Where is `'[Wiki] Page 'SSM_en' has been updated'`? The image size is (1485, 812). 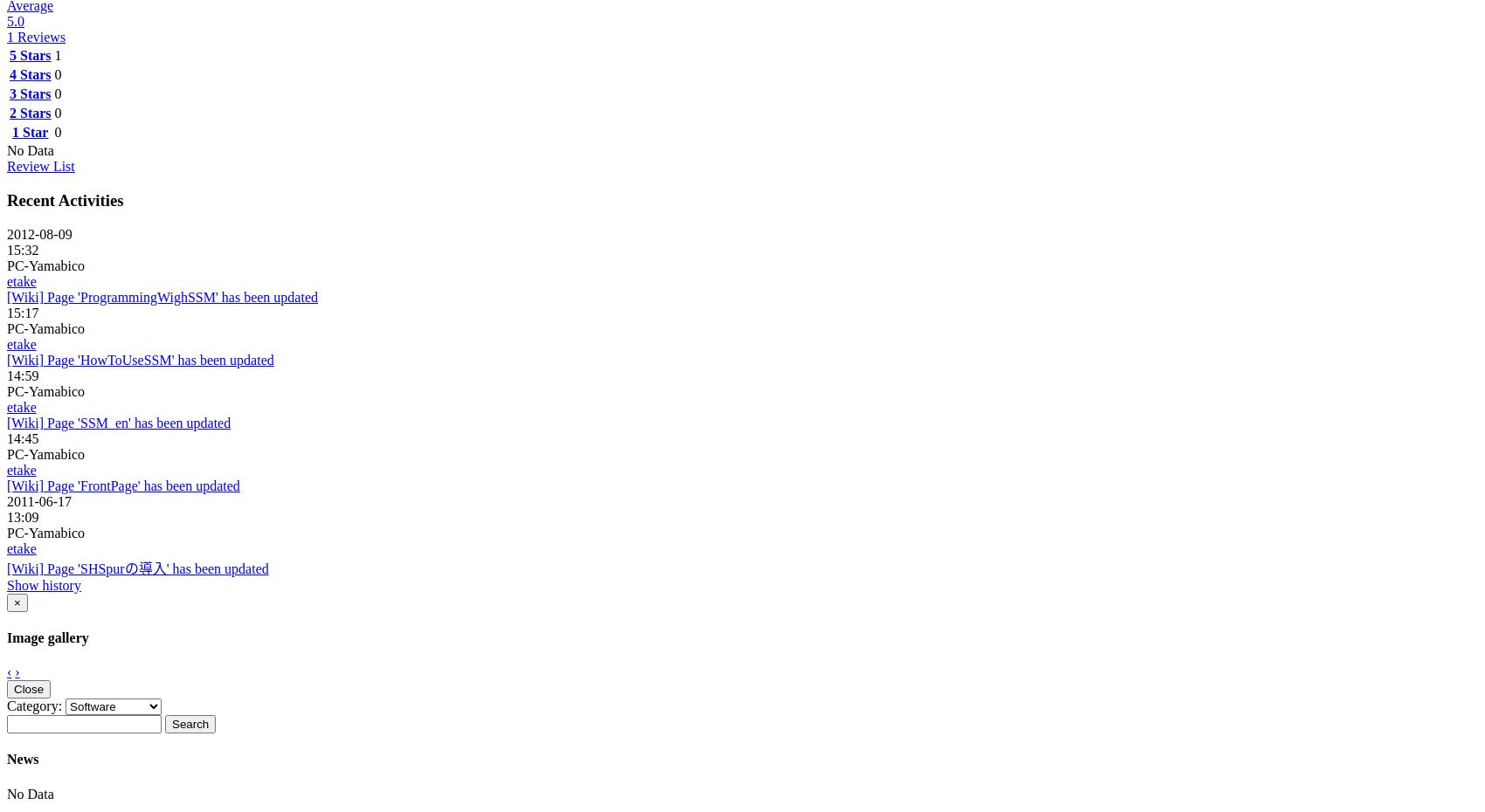 '[Wiki] Page 'SSM_en' has been updated' is located at coordinates (118, 421).